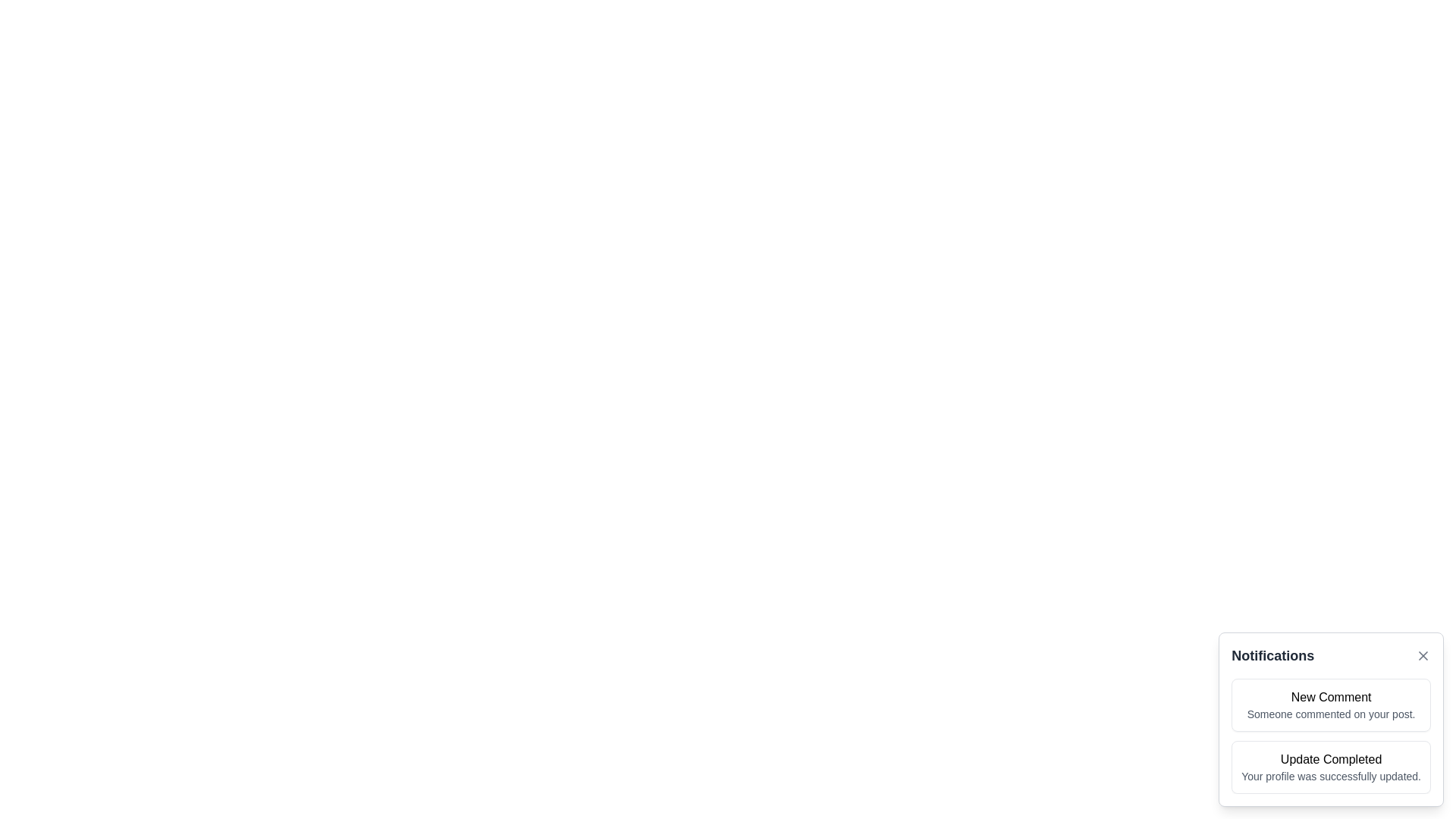  What do you see at coordinates (1422, 654) in the screenshot?
I see `the close button icon in the top-right corner of the notification panel` at bounding box center [1422, 654].